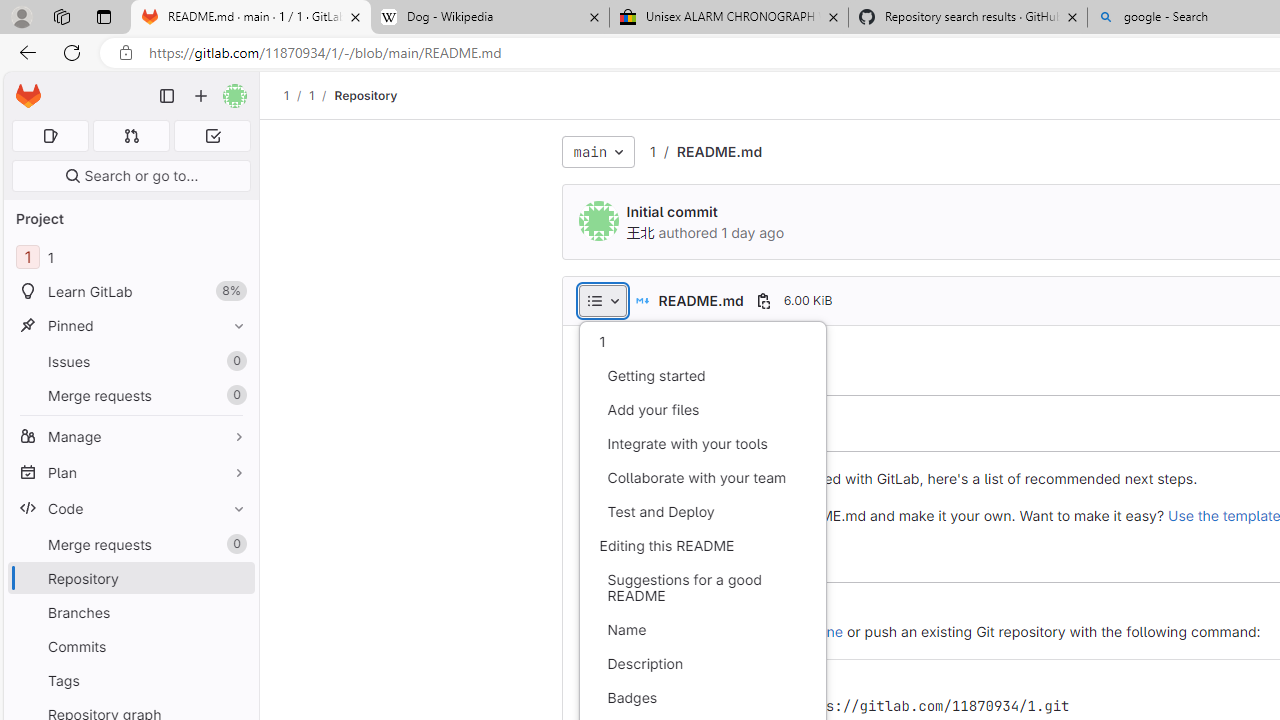 The image size is (1280, 720). What do you see at coordinates (130, 472) in the screenshot?
I see `'Plan'` at bounding box center [130, 472].